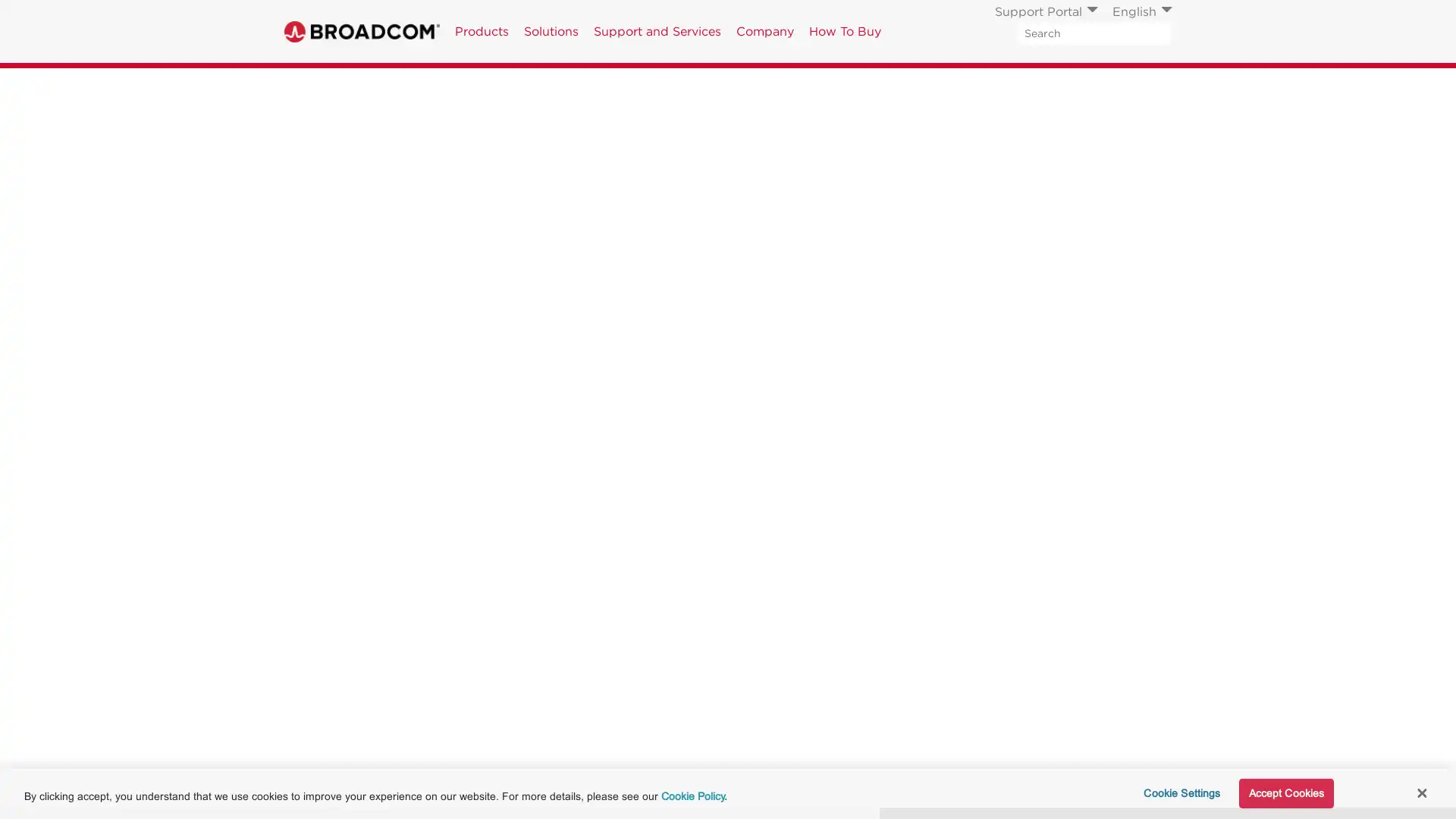 This screenshot has width=1456, height=819. I want to click on Products, so click(481, 31).